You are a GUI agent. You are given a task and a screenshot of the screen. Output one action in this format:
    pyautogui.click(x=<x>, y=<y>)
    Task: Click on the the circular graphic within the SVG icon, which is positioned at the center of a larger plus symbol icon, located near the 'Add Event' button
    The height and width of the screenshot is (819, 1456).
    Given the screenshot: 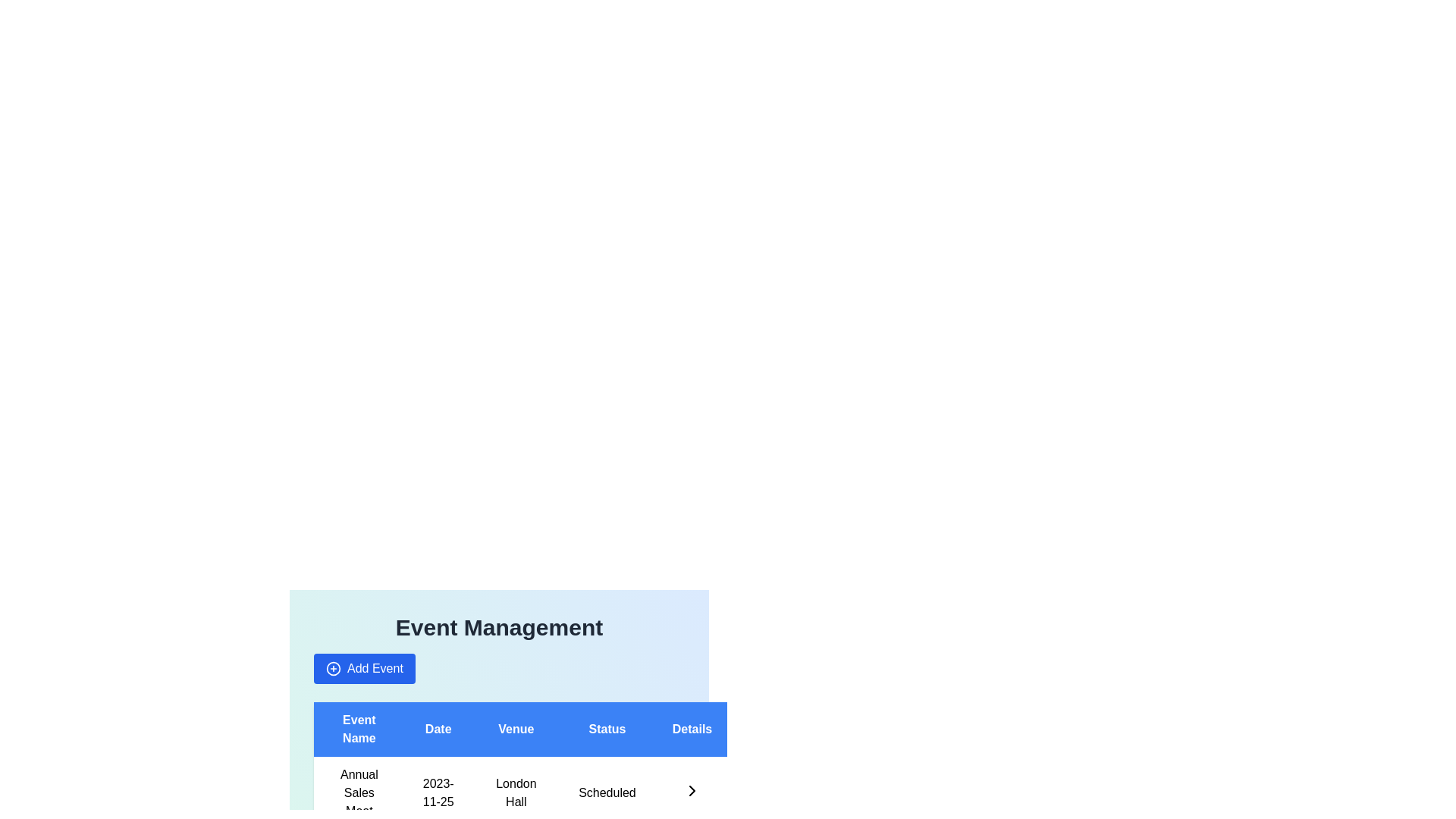 What is the action you would take?
    pyautogui.click(x=333, y=668)
    